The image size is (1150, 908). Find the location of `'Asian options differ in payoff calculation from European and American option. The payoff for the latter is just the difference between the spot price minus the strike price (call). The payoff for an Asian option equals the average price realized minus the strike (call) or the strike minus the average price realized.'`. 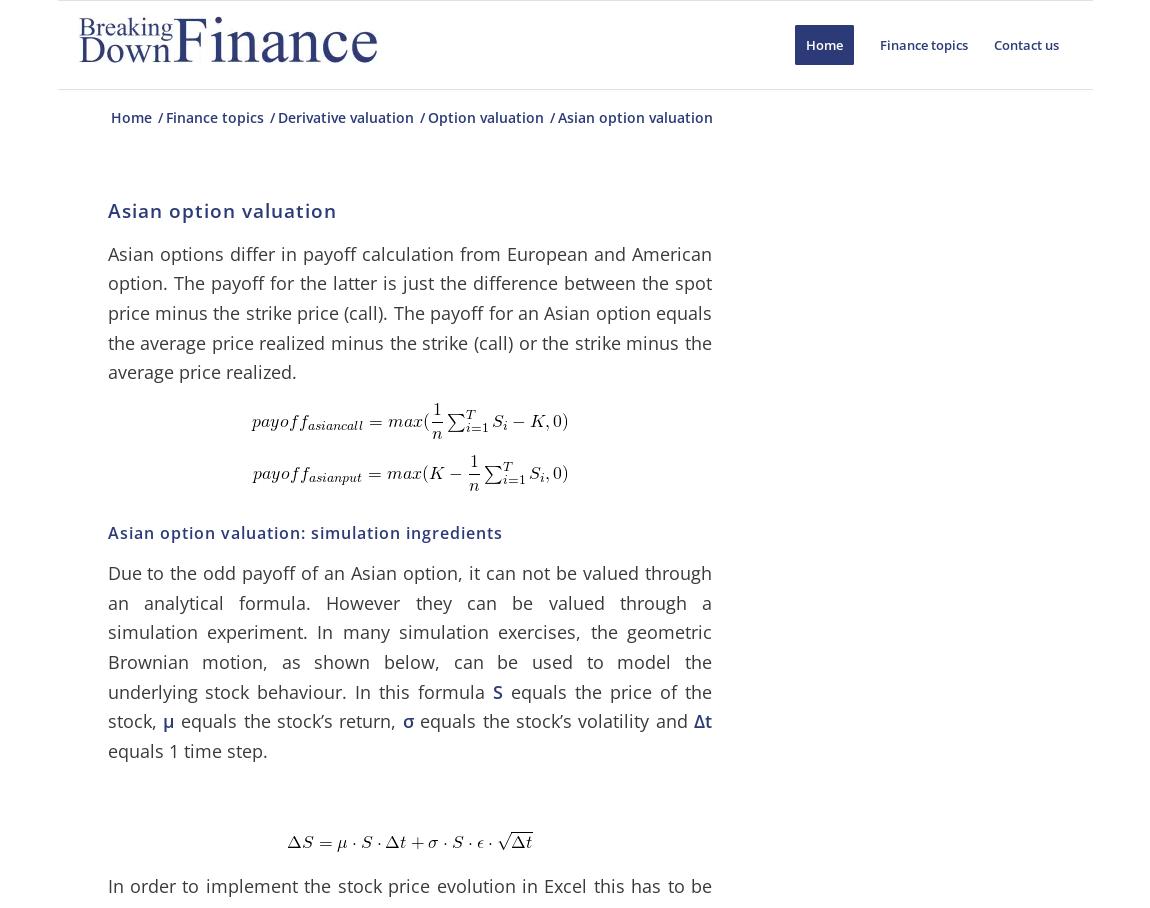

'Asian options differ in payoff calculation from European and American option. The payoff for the latter is just the difference between the spot price minus the strike price (call). The payoff for an Asian option equals the average price realized minus the strike (call) or the strike minus the average price realized.' is located at coordinates (409, 311).